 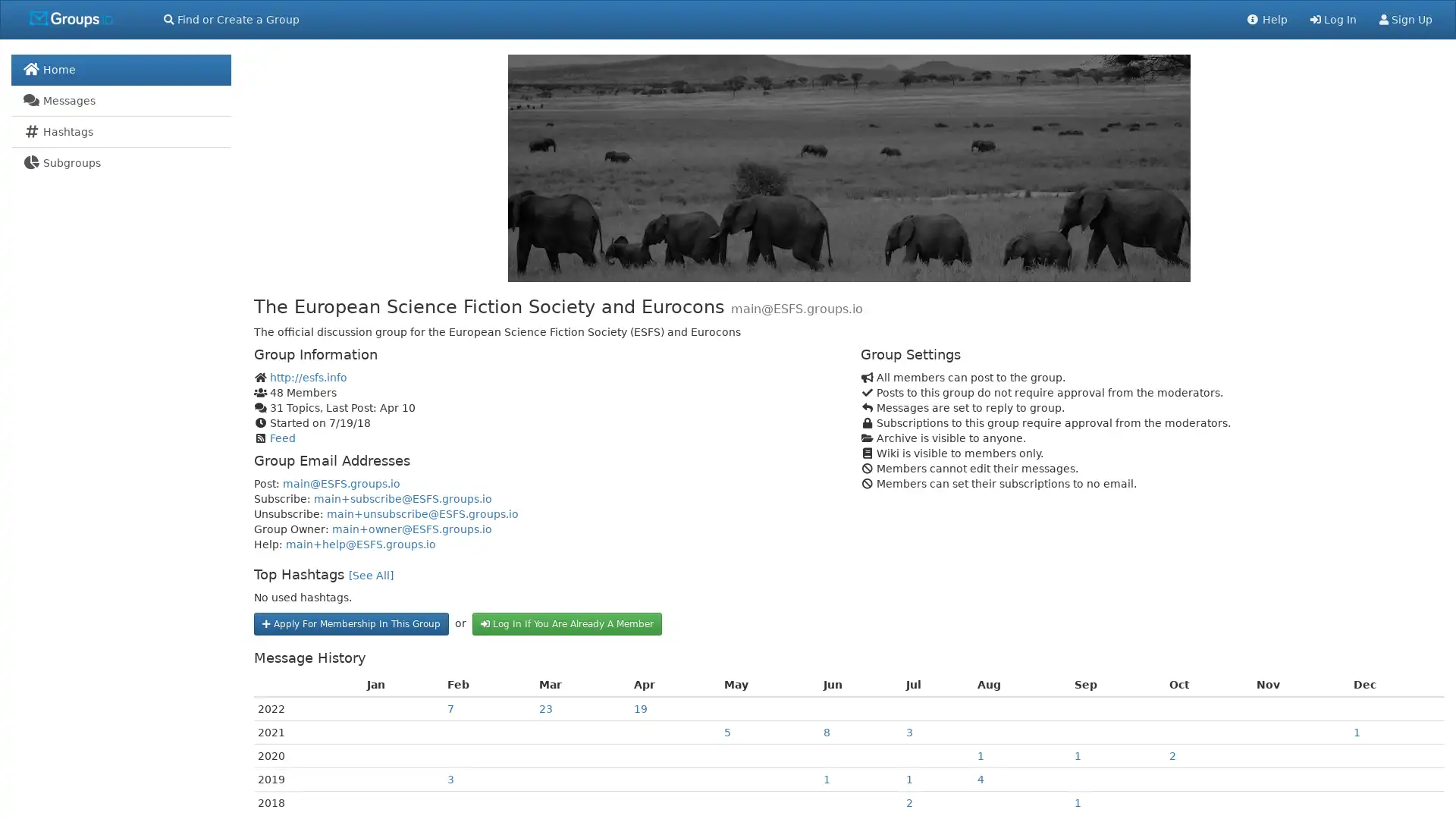 What do you see at coordinates (350, 623) in the screenshot?
I see `Apply For Membership In This Group` at bounding box center [350, 623].